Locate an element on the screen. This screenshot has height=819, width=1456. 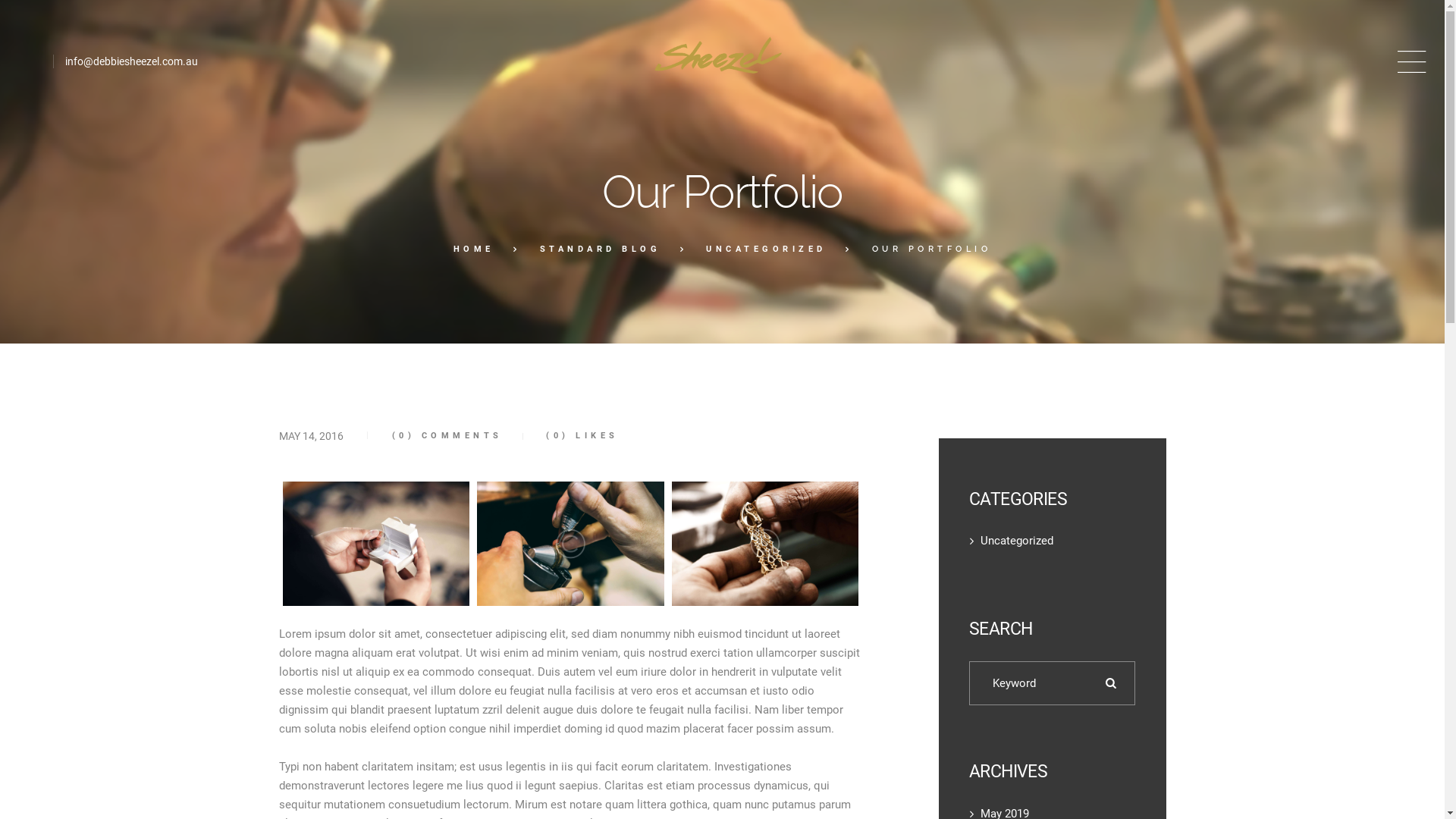
'Search for:' is located at coordinates (1051, 683).